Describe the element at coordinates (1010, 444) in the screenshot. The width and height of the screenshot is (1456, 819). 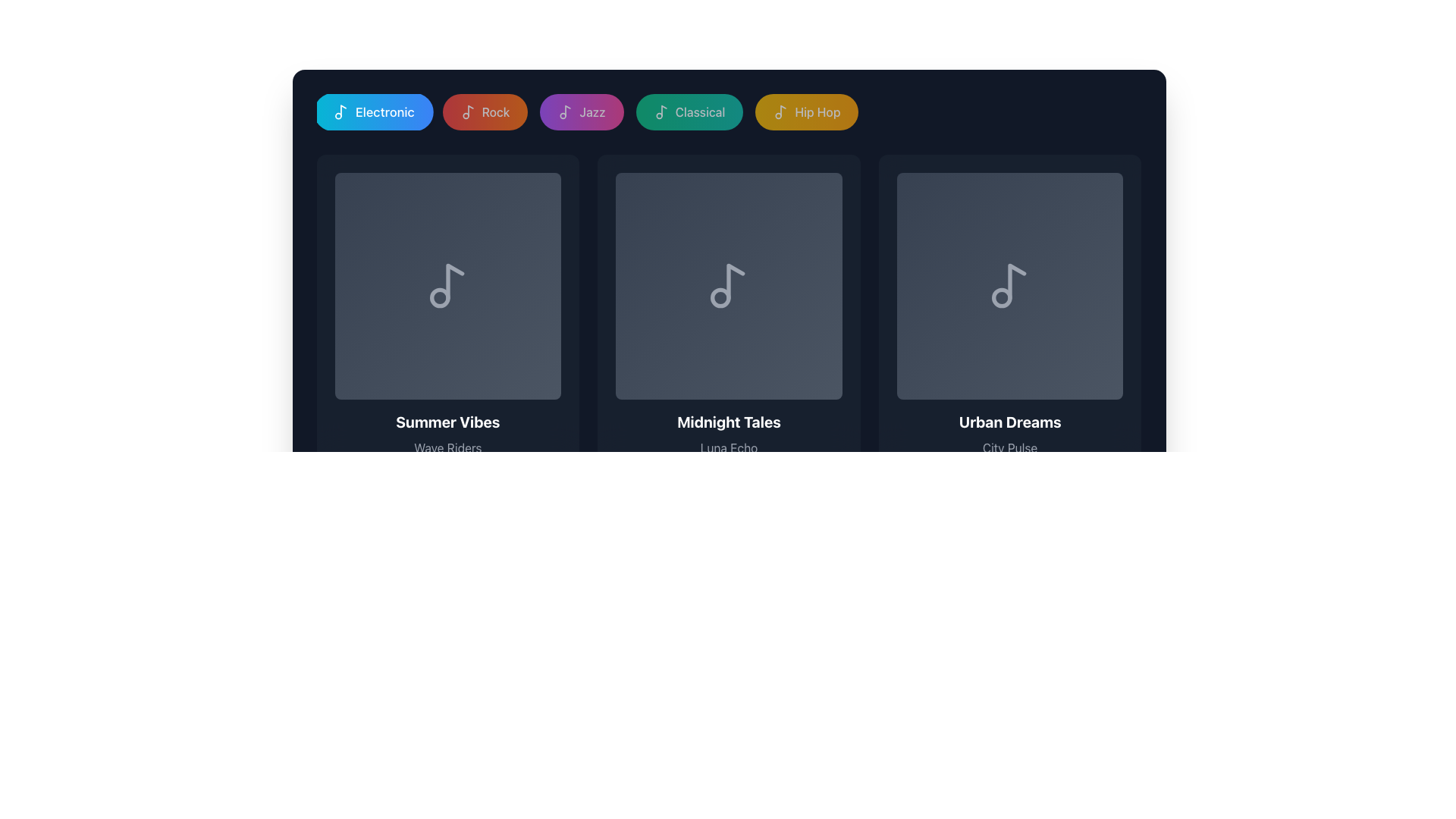
I see `informative text block titled 'Urban Dreams' located in the bottom-right region of the third visual card, containing the subtitle 'City Pulse' and footer '42:20 8 tracks'` at that location.